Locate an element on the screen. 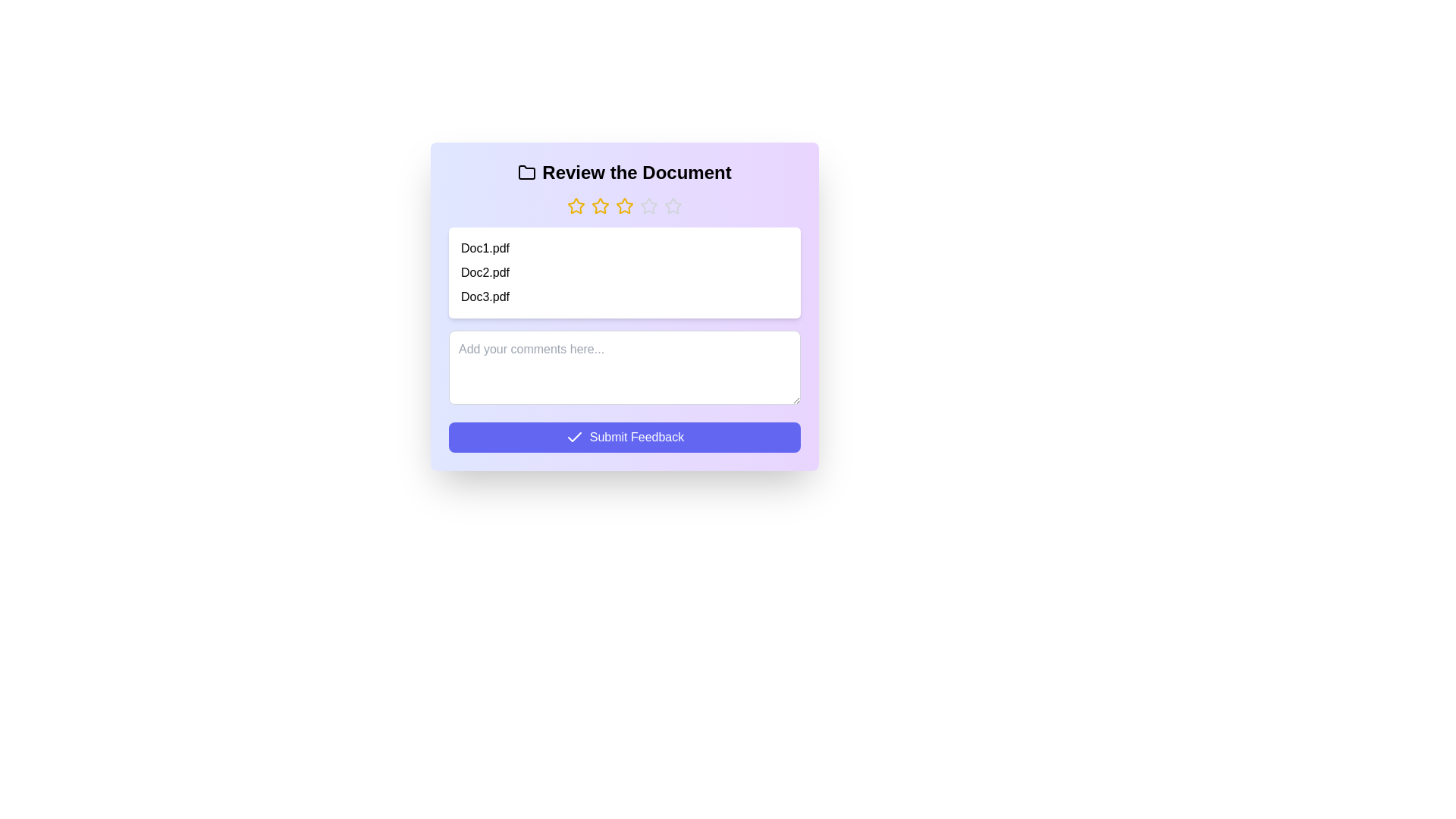 This screenshot has width=1456, height=819. the rating to 1 stars by clicking on the corresponding star button is located at coordinates (575, 206).